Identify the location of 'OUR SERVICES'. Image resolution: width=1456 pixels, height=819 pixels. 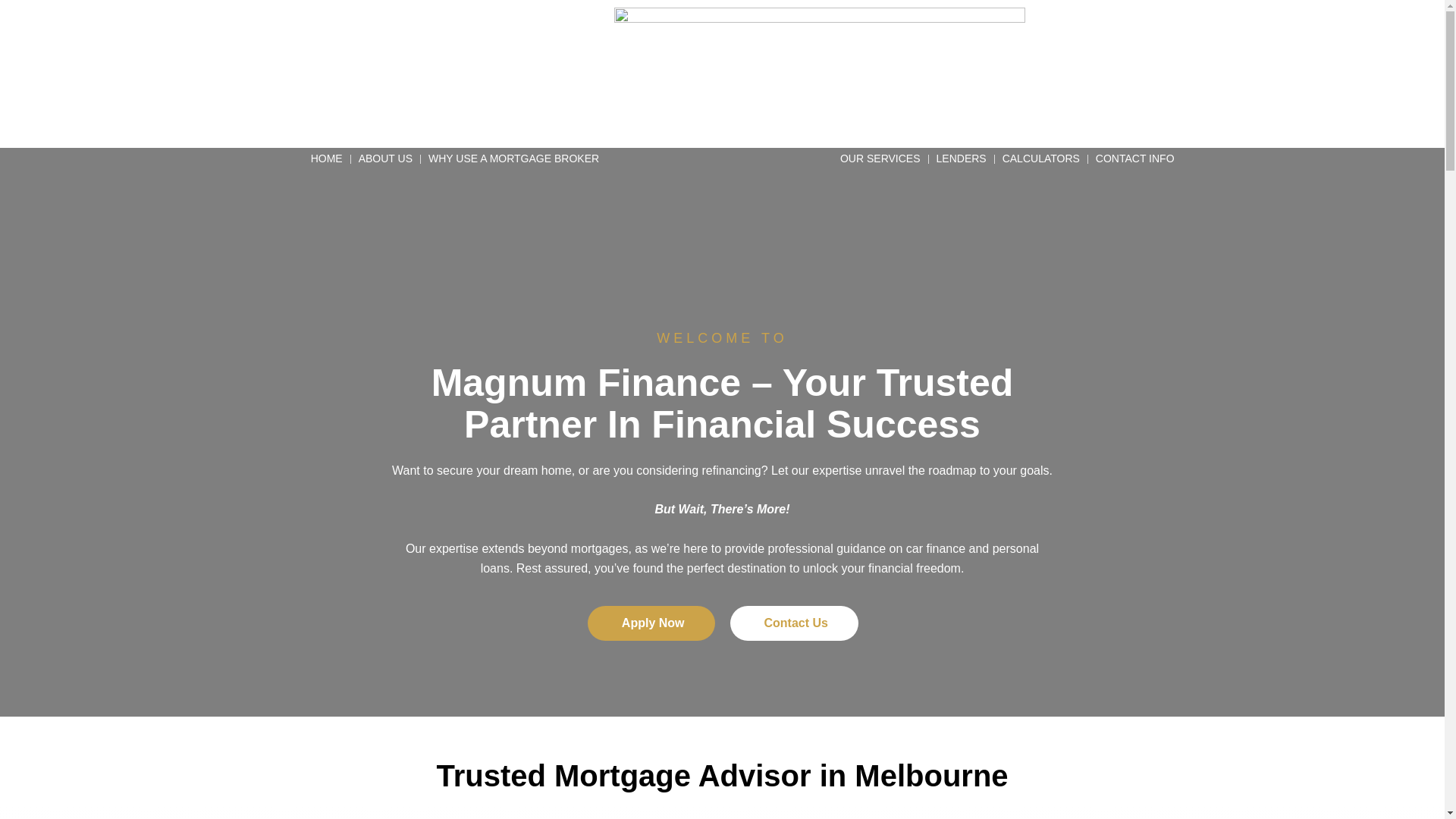
(880, 158).